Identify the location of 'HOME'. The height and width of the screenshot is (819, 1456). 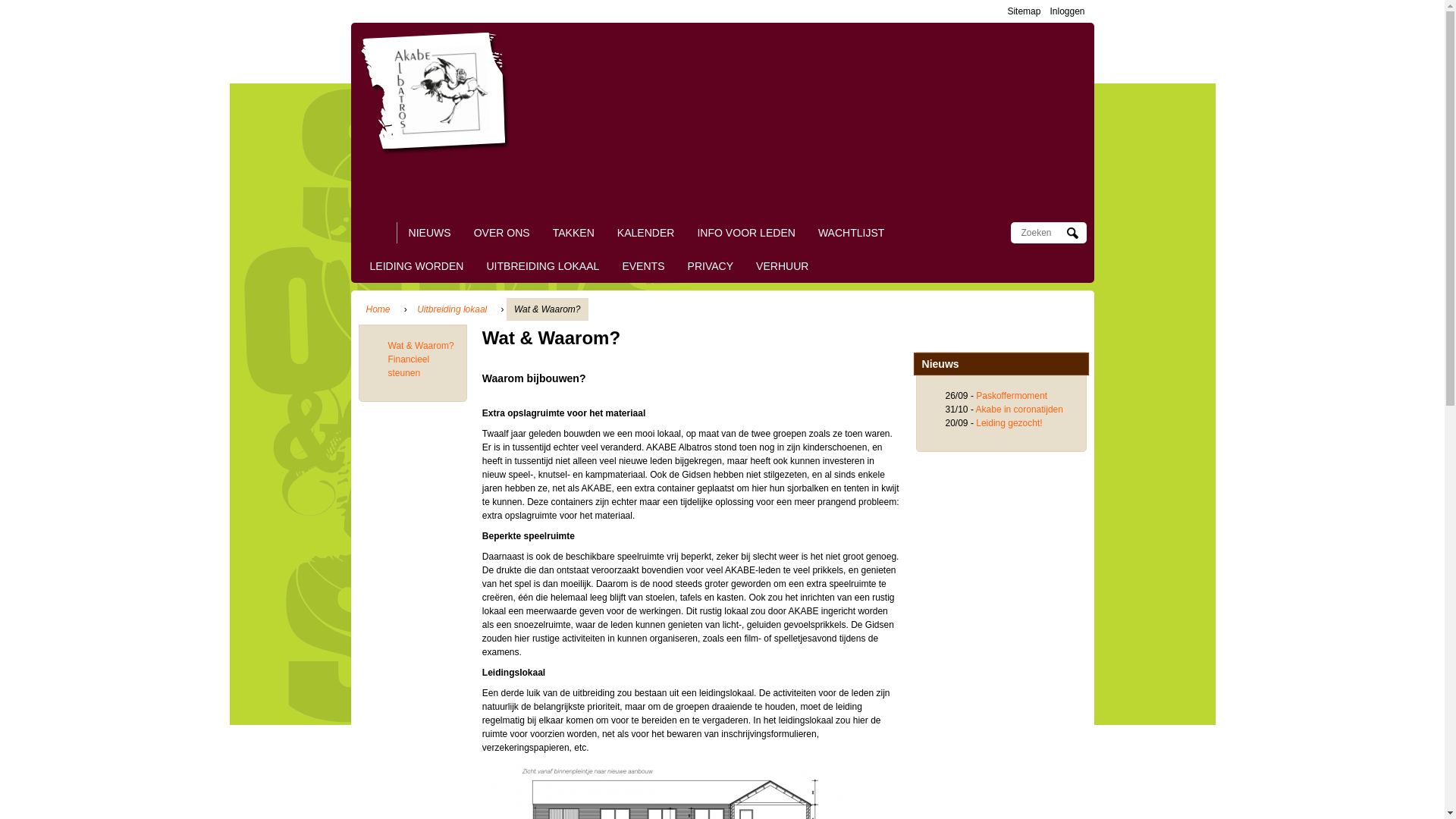
(378, 233).